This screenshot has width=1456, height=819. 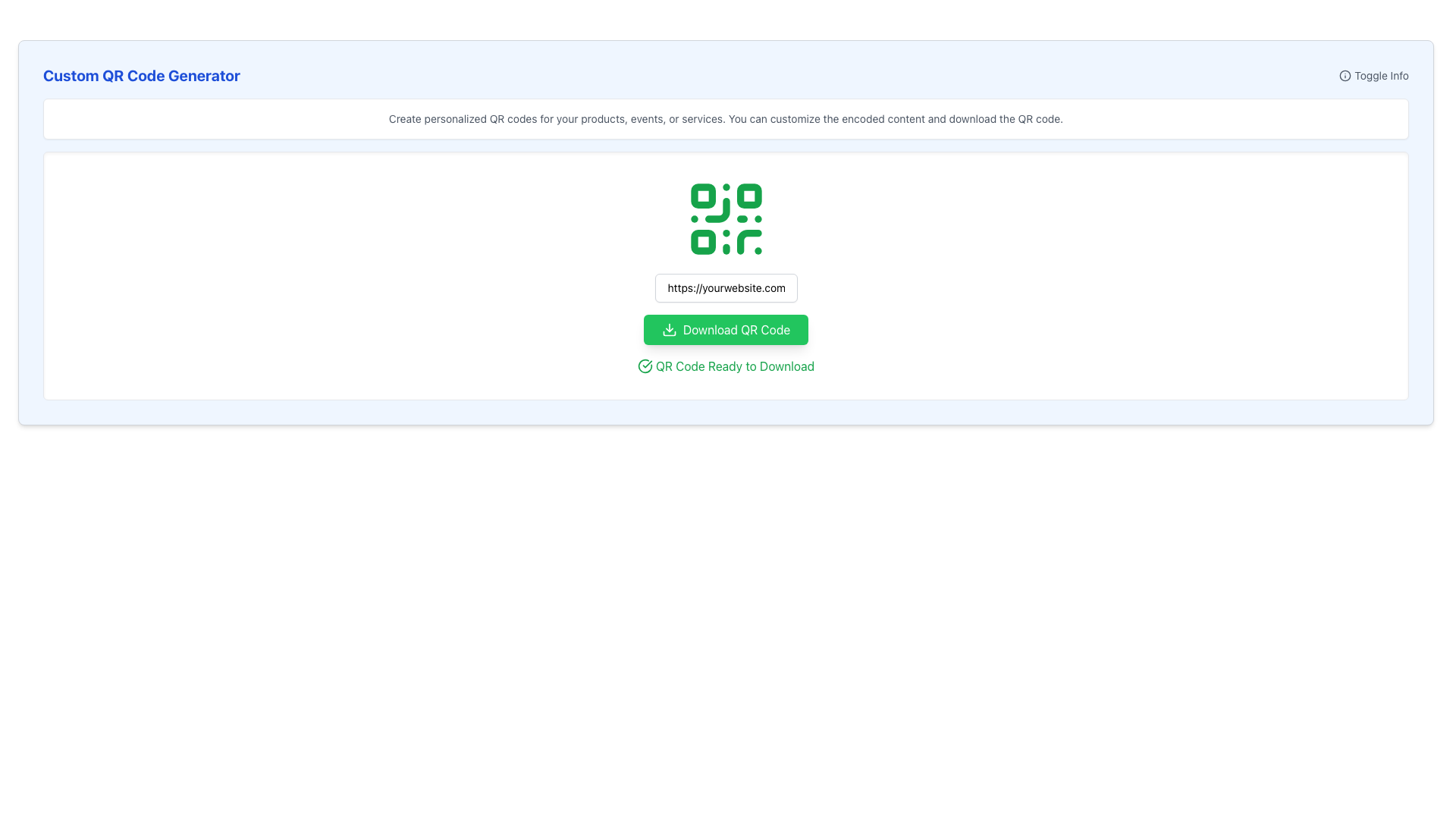 What do you see at coordinates (725, 329) in the screenshot?
I see `the green 'Download QR Code' button with a downward arrow icon, which is located below the text input field and above the text 'QR Code Ready to Download'` at bounding box center [725, 329].